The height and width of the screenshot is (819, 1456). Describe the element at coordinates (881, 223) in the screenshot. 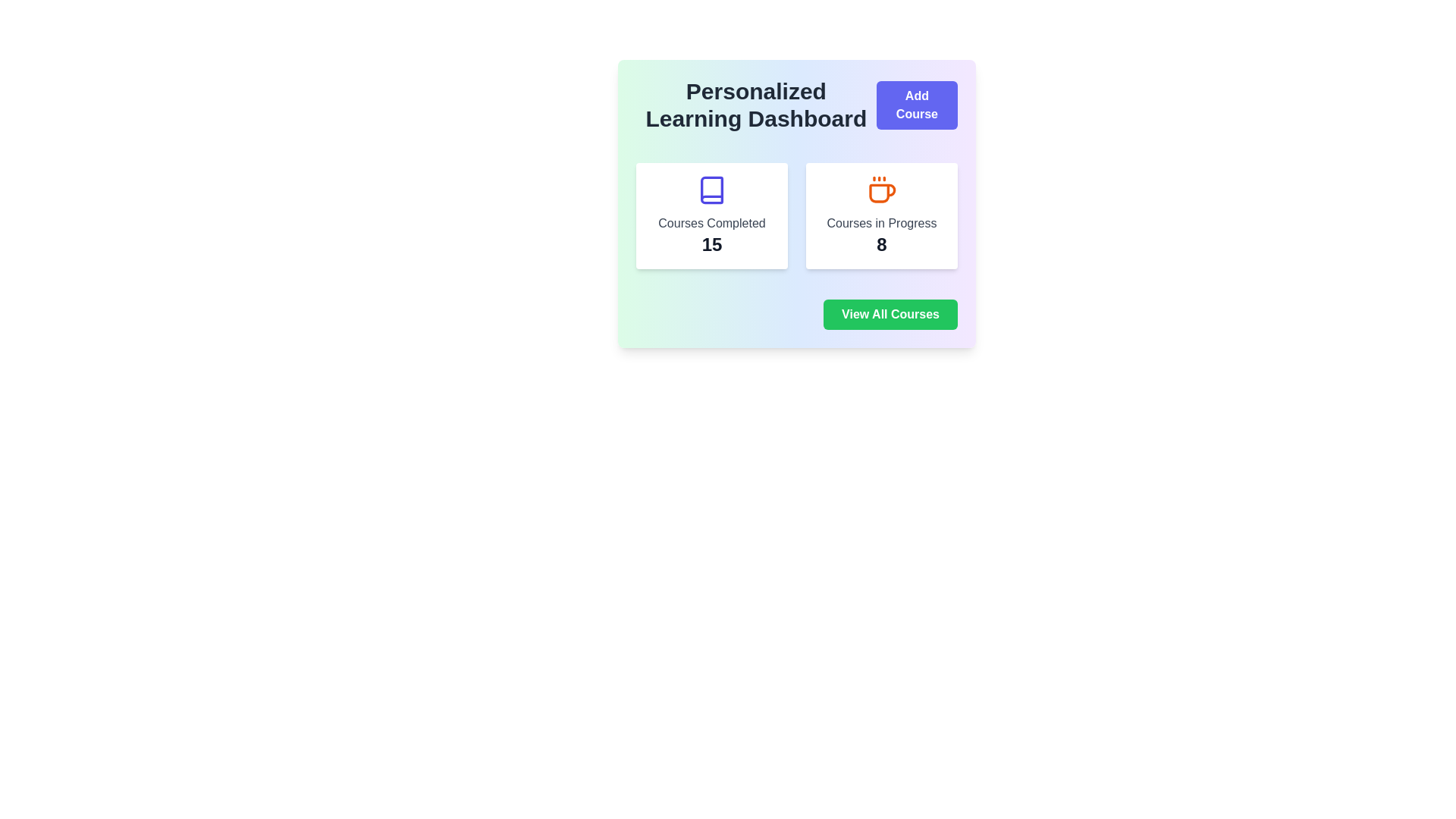

I see `the informational text label that describes the status of 'Courses in Progress', which is centered within a card on the right of the two-card layout under the title 'Personalized Learning Dashboard'` at that location.